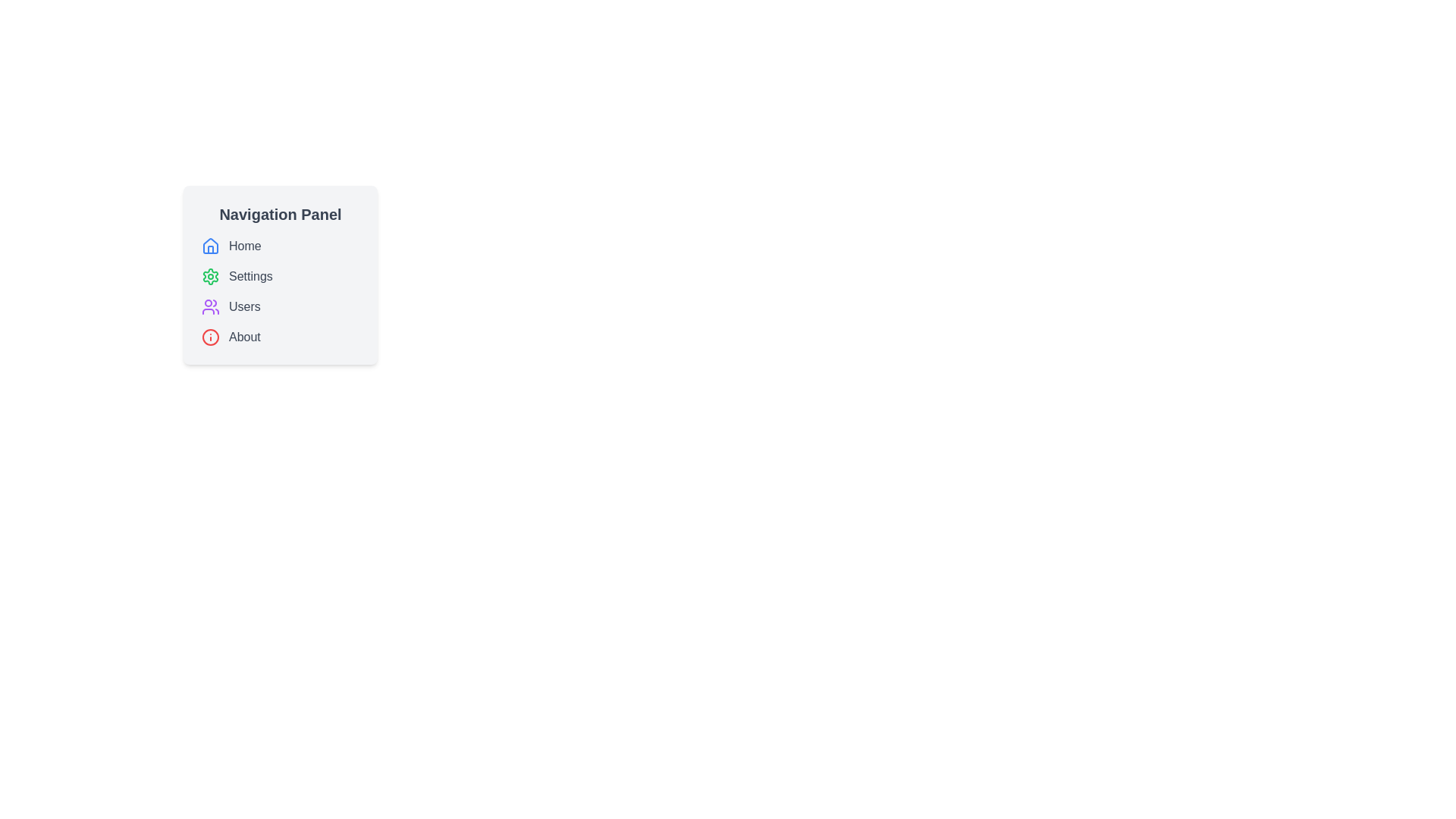 The width and height of the screenshot is (1456, 819). Describe the element at coordinates (245, 245) in the screenshot. I see `text label that displays 'Home', which is styled in gray color and positioned to the right of a blue house icon in the navigation panel` at that location.